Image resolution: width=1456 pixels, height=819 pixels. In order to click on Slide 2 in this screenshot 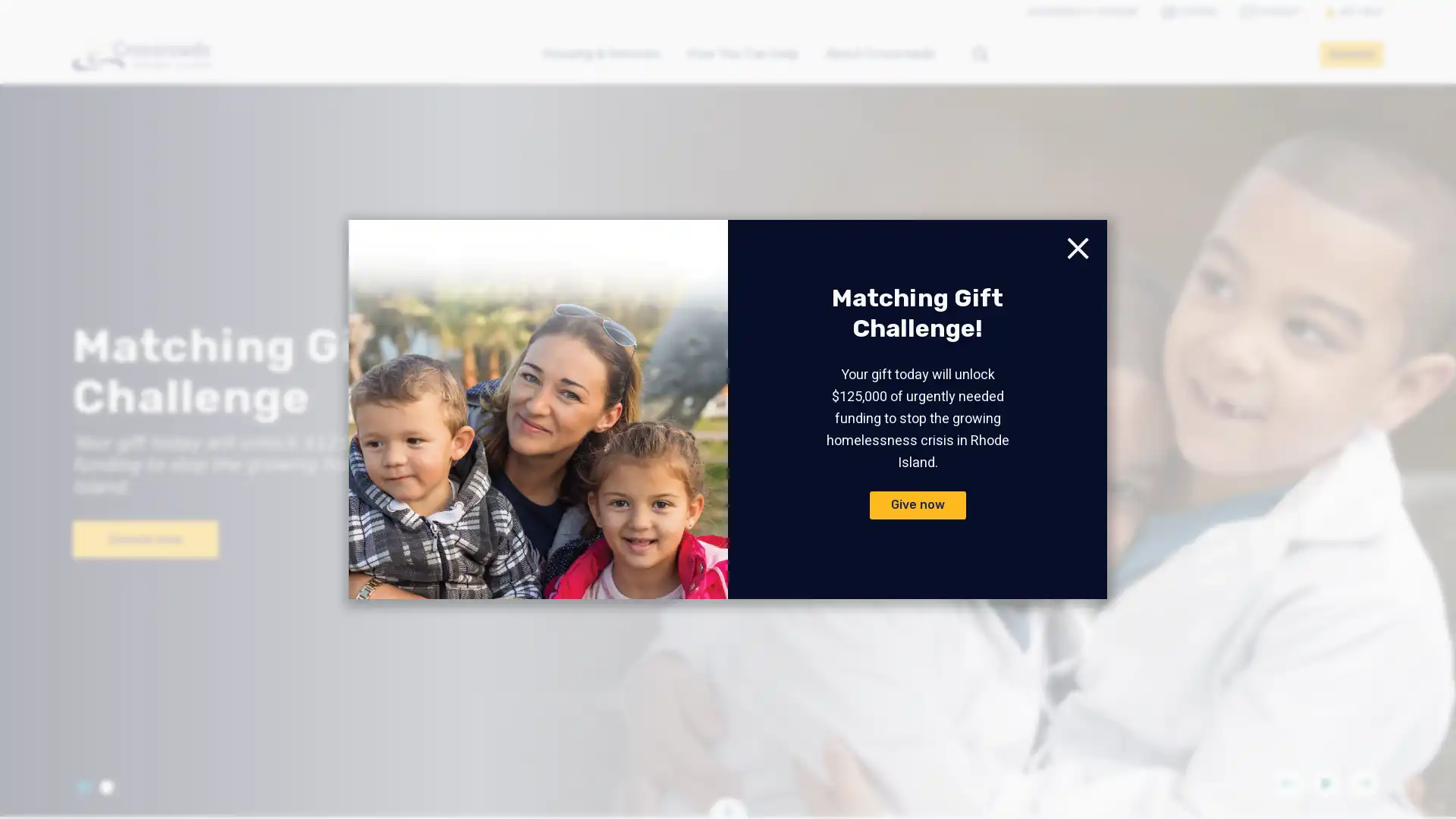, I will do `click(105, 786)`.